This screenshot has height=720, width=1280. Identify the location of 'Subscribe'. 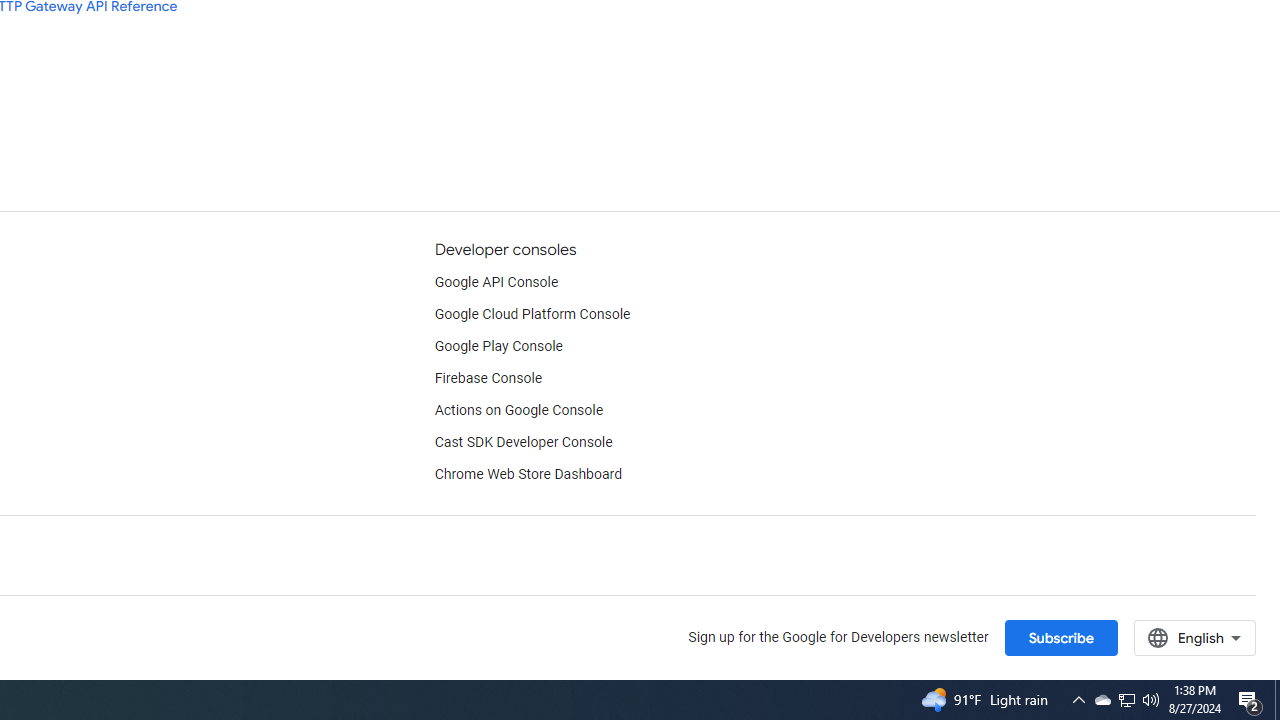
(1059, 637).